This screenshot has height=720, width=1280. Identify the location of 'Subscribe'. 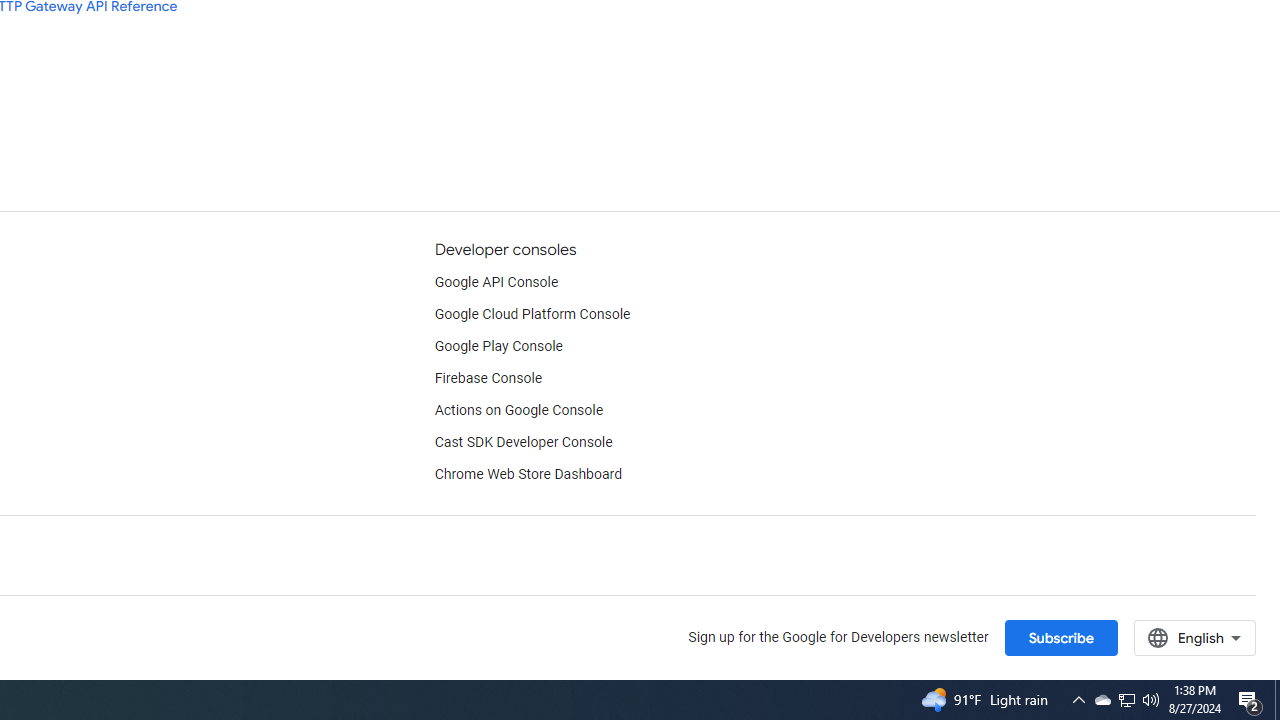
(1059, 637).